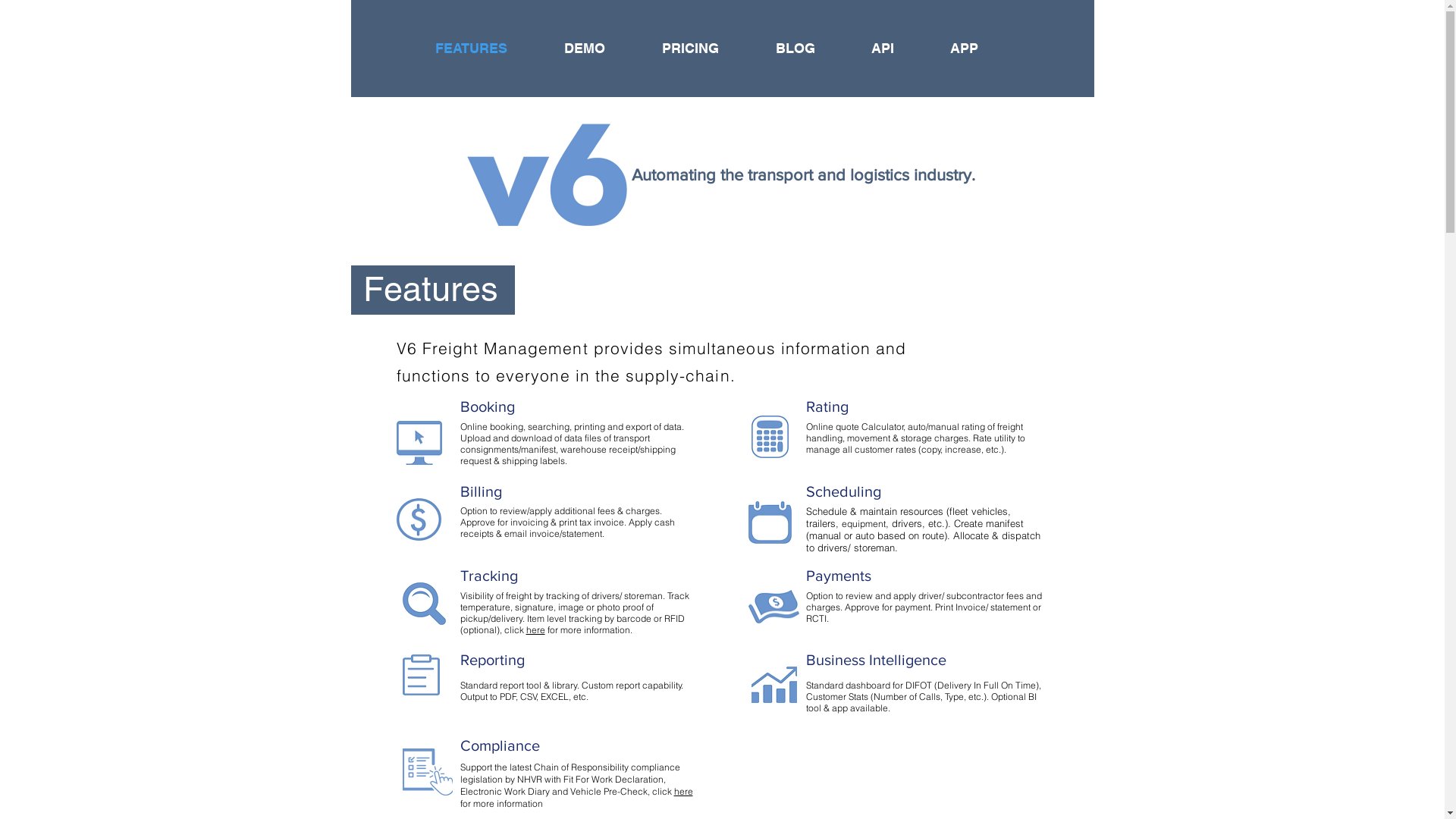 The width and height of the screenshot is (1456, 819). Describe the element at coordinates (600, 48) in the screenshot. I see `'DEMO'` at that location.